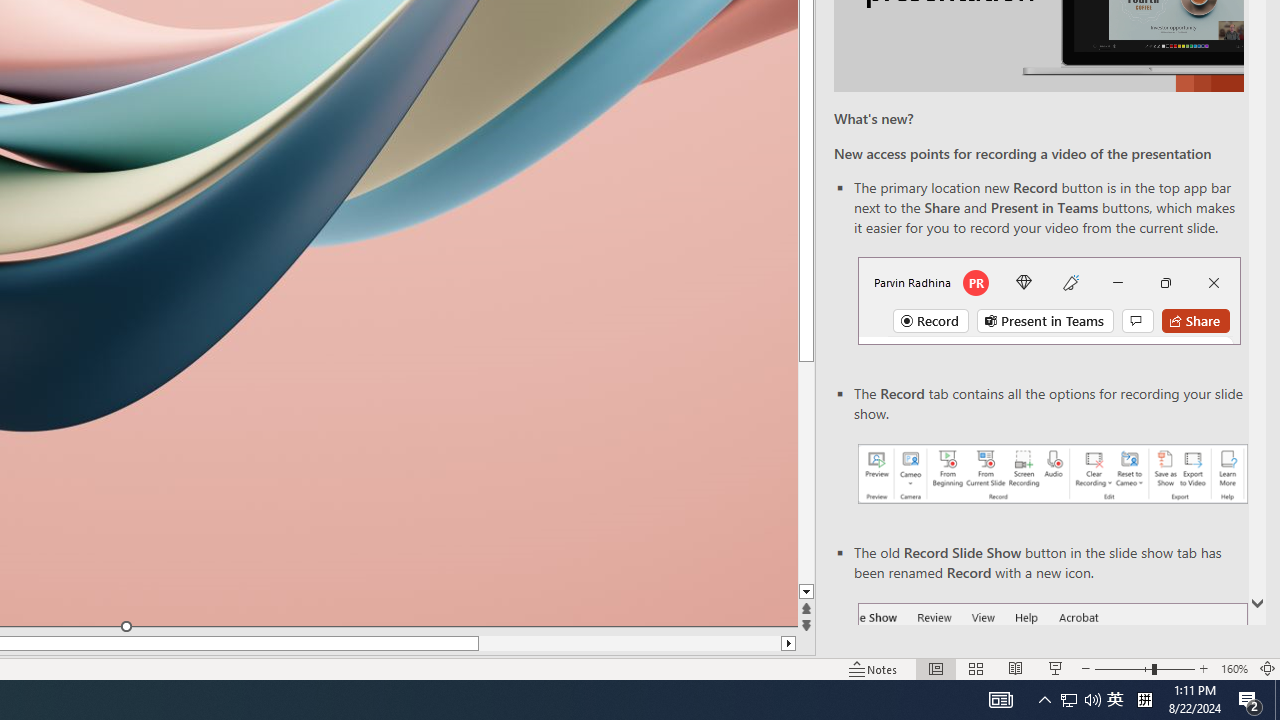 This screenshot has width=1280, height=720. Describe the element at coordinates (1266, 669) in the screenshot. I see `'Zoom to Fit '` at that location.